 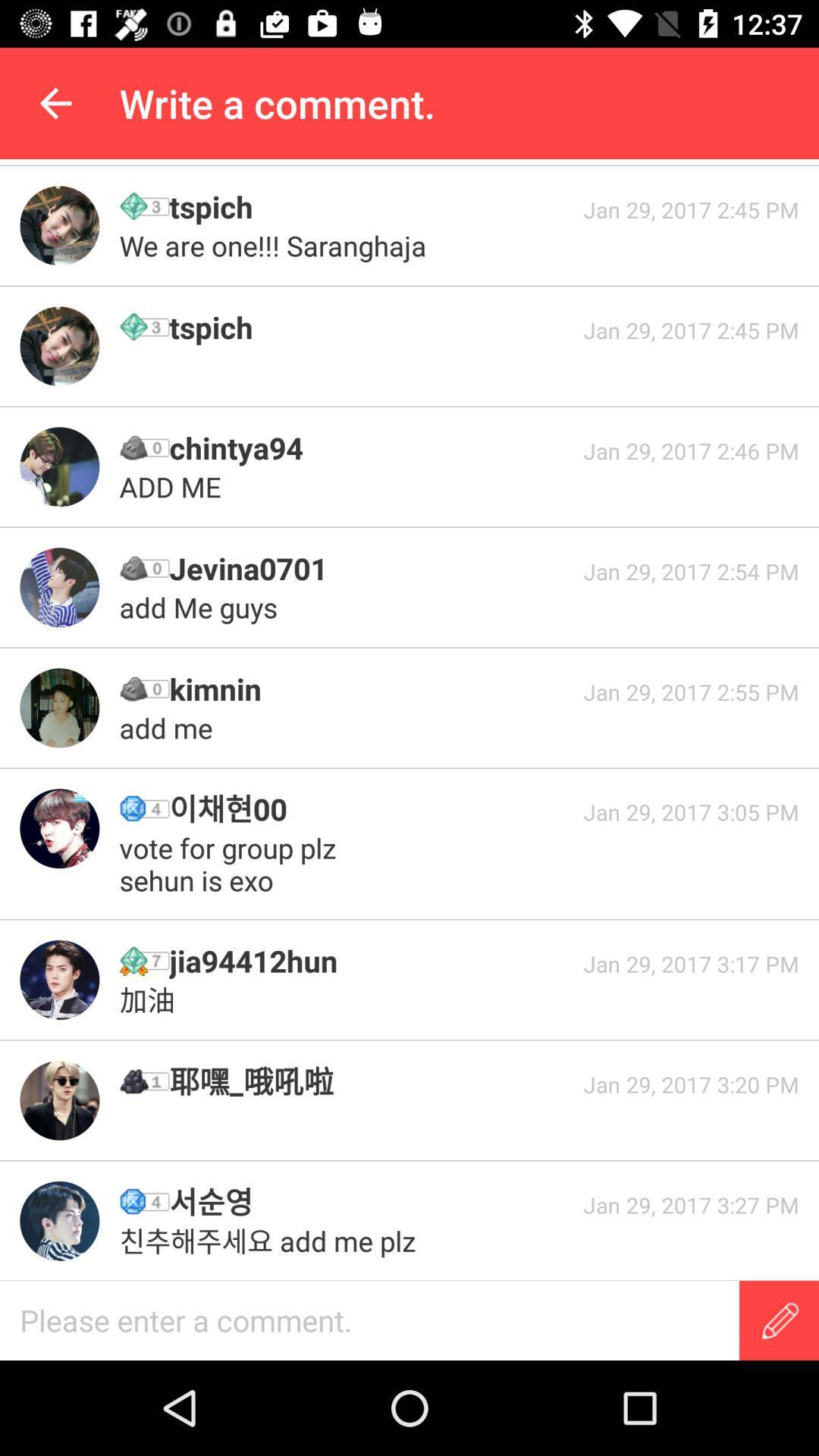 I want to click on write message, so click(x=779, y=1319).